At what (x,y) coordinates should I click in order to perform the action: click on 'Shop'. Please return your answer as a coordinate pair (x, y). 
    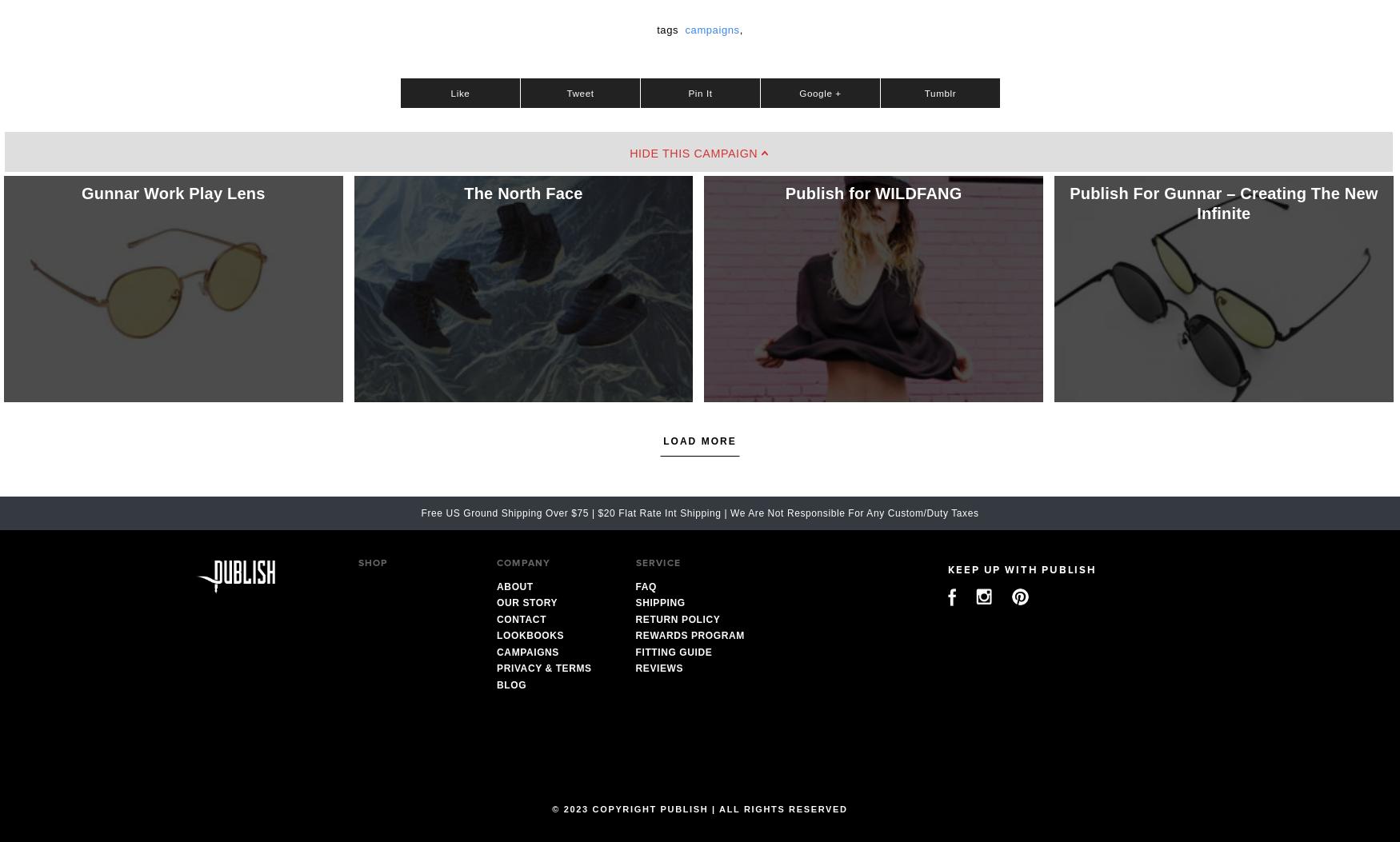
    Looking at the image, I should click on (373, 563).